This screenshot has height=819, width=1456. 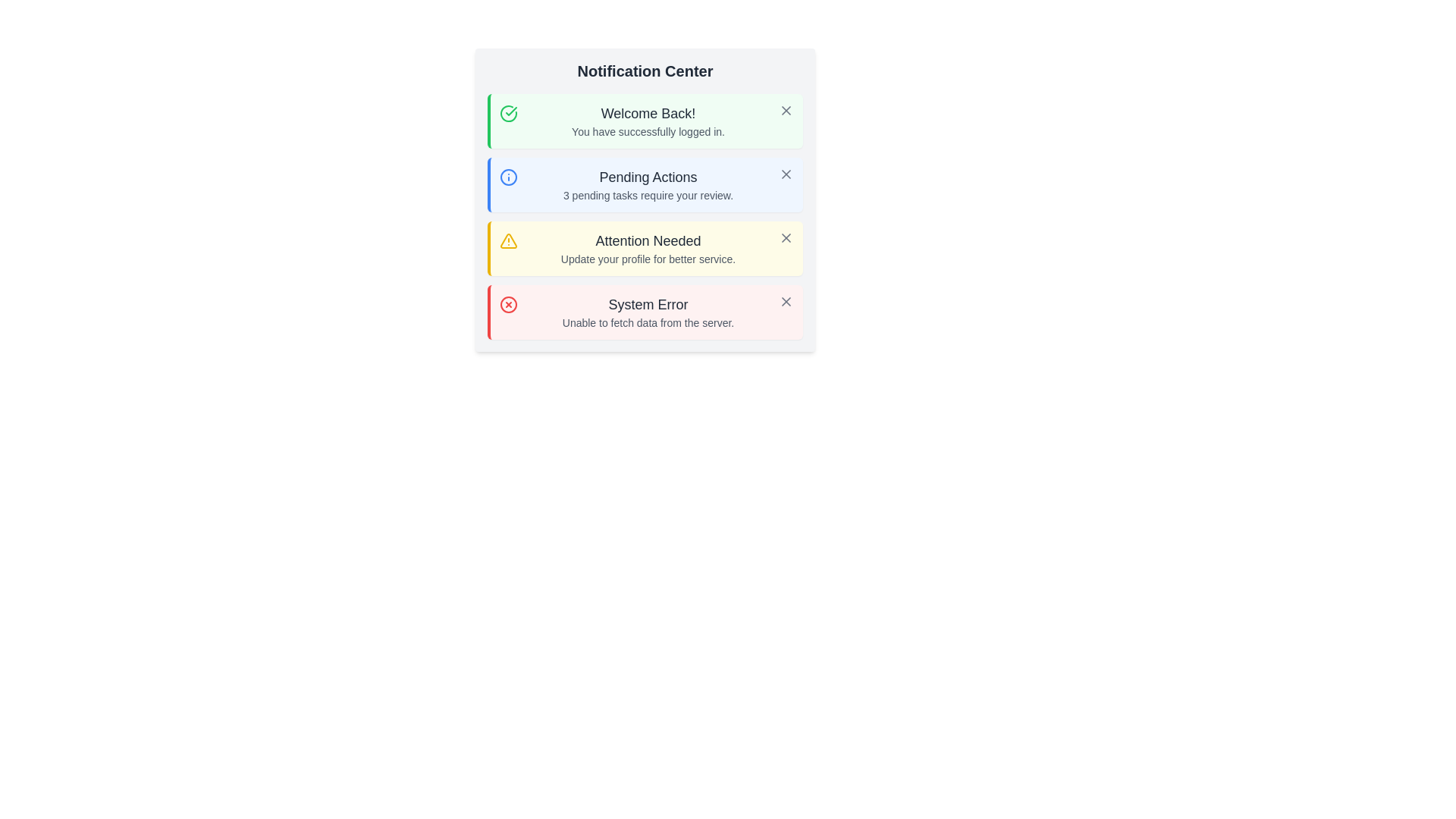 I want to click on text element styled with a small font size and gray color containing the message 'Update your profile for better service.' located in the third notification card under the 'Attention Needed' header, so click(x=648, y=259).